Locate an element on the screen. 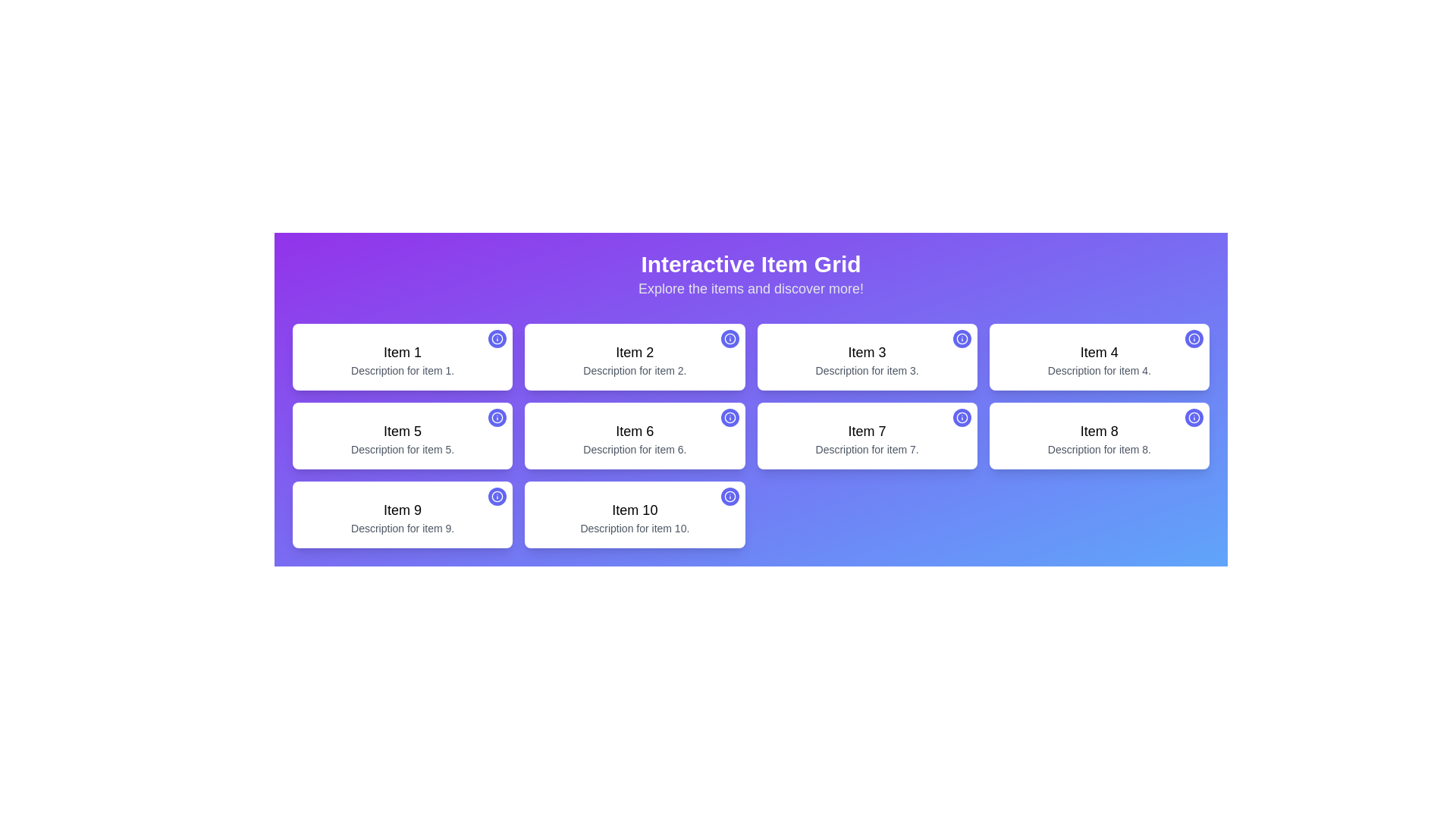  the decorative SVG Circle indicating a state or status within the 'Item 9' card, located in the bottom-left rectangle is located at coordinates (497, 497).